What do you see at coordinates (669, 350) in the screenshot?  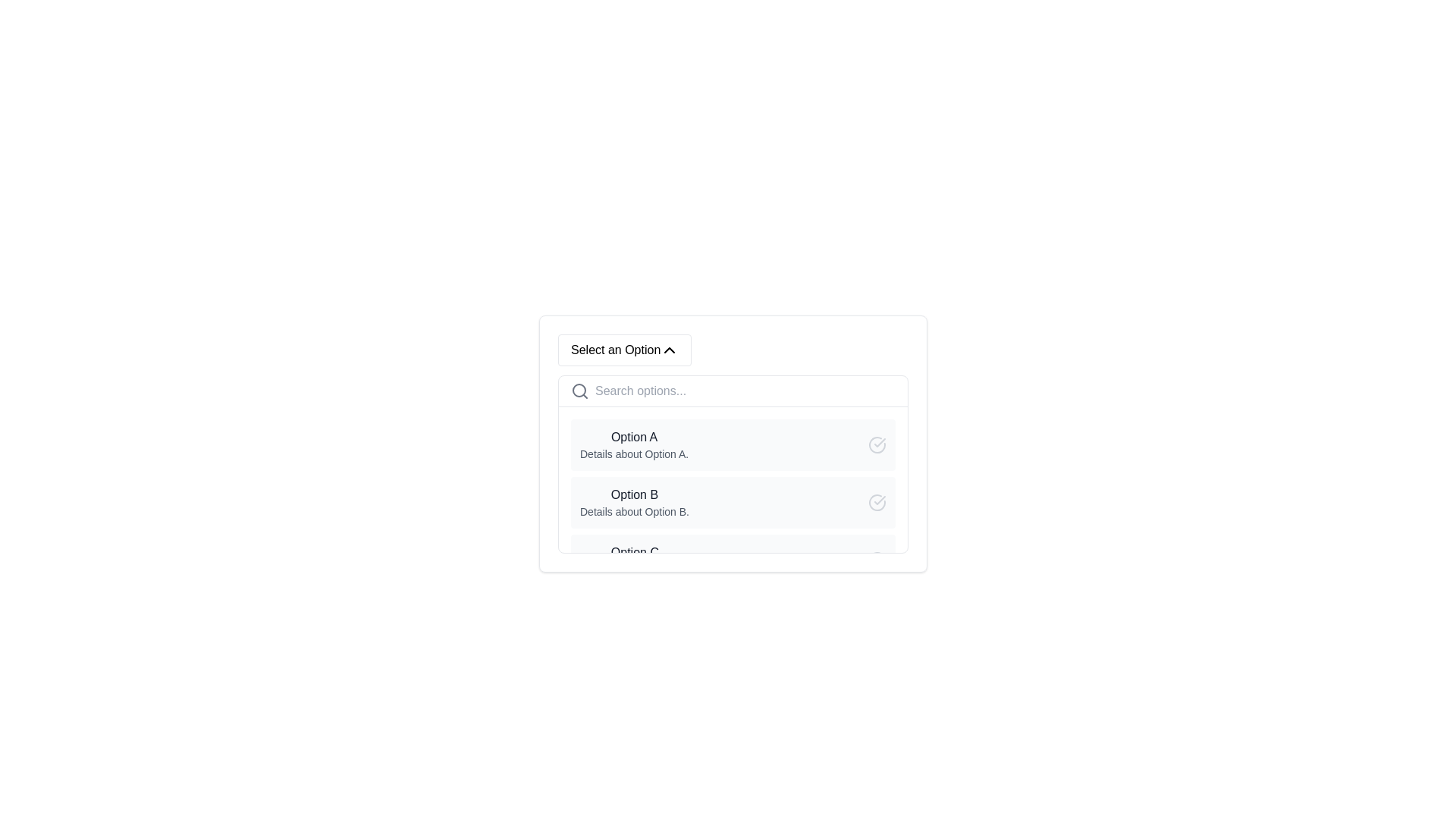 I see `the Chevron-Down icon located at the right end of the 'Select an Option' button` at bounding box center [669, 350].